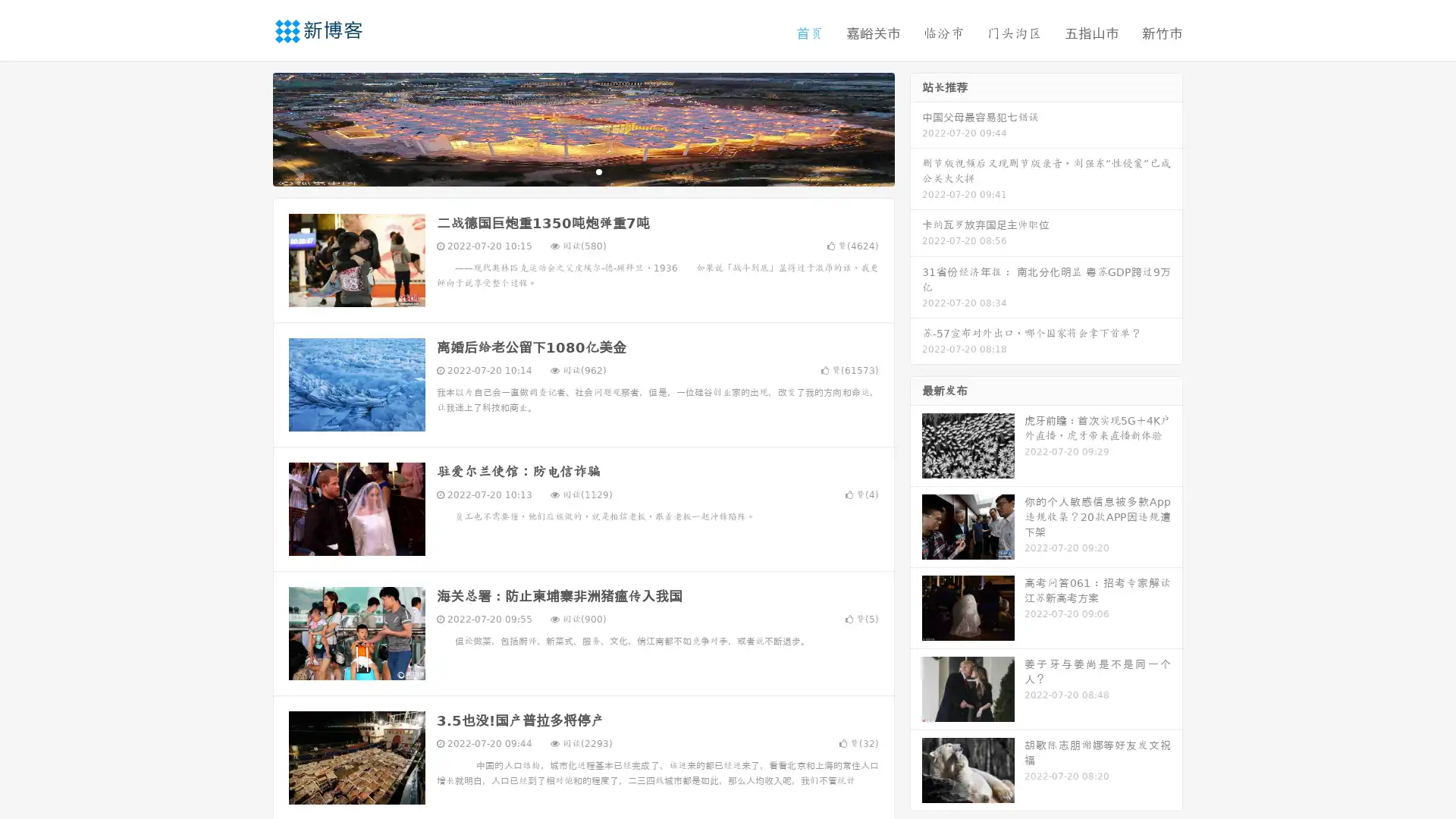 The width and height of the screenshot is (1456, 819). Describe the element at coordinates (916, 127) in the screenshot. I see `Next slide` at that location.